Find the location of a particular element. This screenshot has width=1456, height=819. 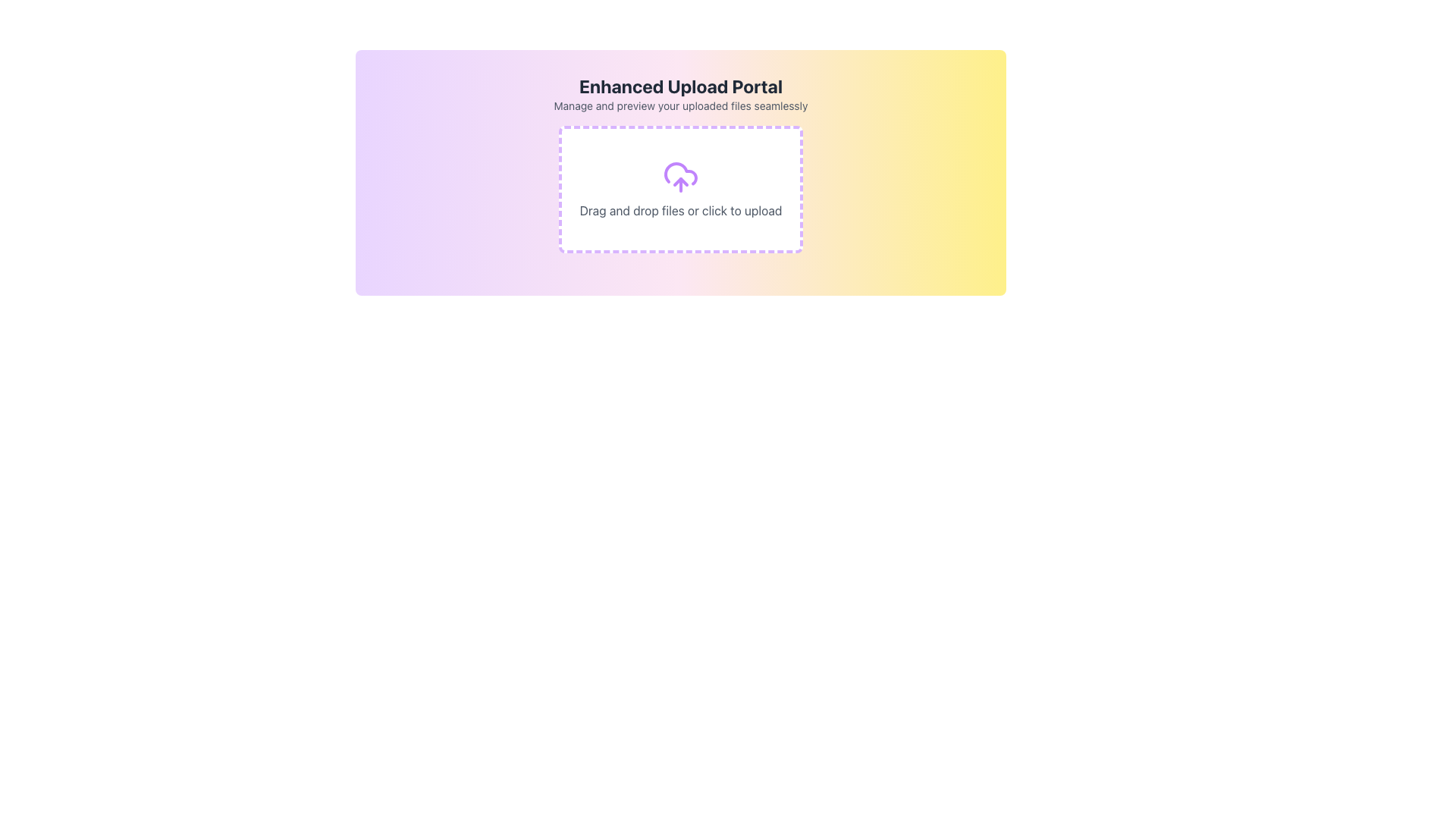

text from the Text Block with Header and Subheader located at the top of the upload portal, which provides the name and functionality overview of the portal is located at coordinates (679, 93).